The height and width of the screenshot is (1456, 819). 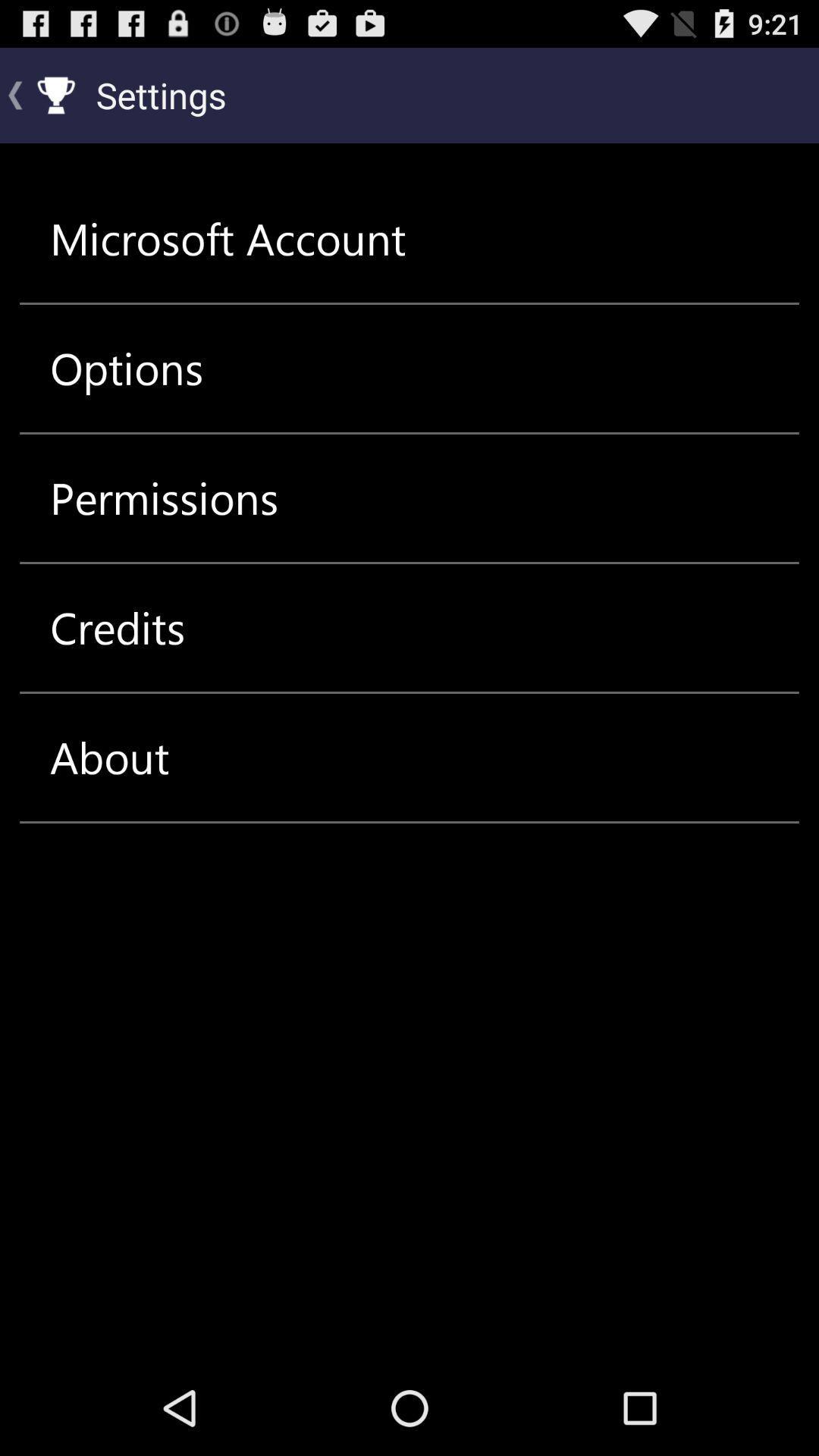 What do you see at coordinates (117, 628) in the screenshot?
I see `item above about icon` at bounding box center [117, 628].